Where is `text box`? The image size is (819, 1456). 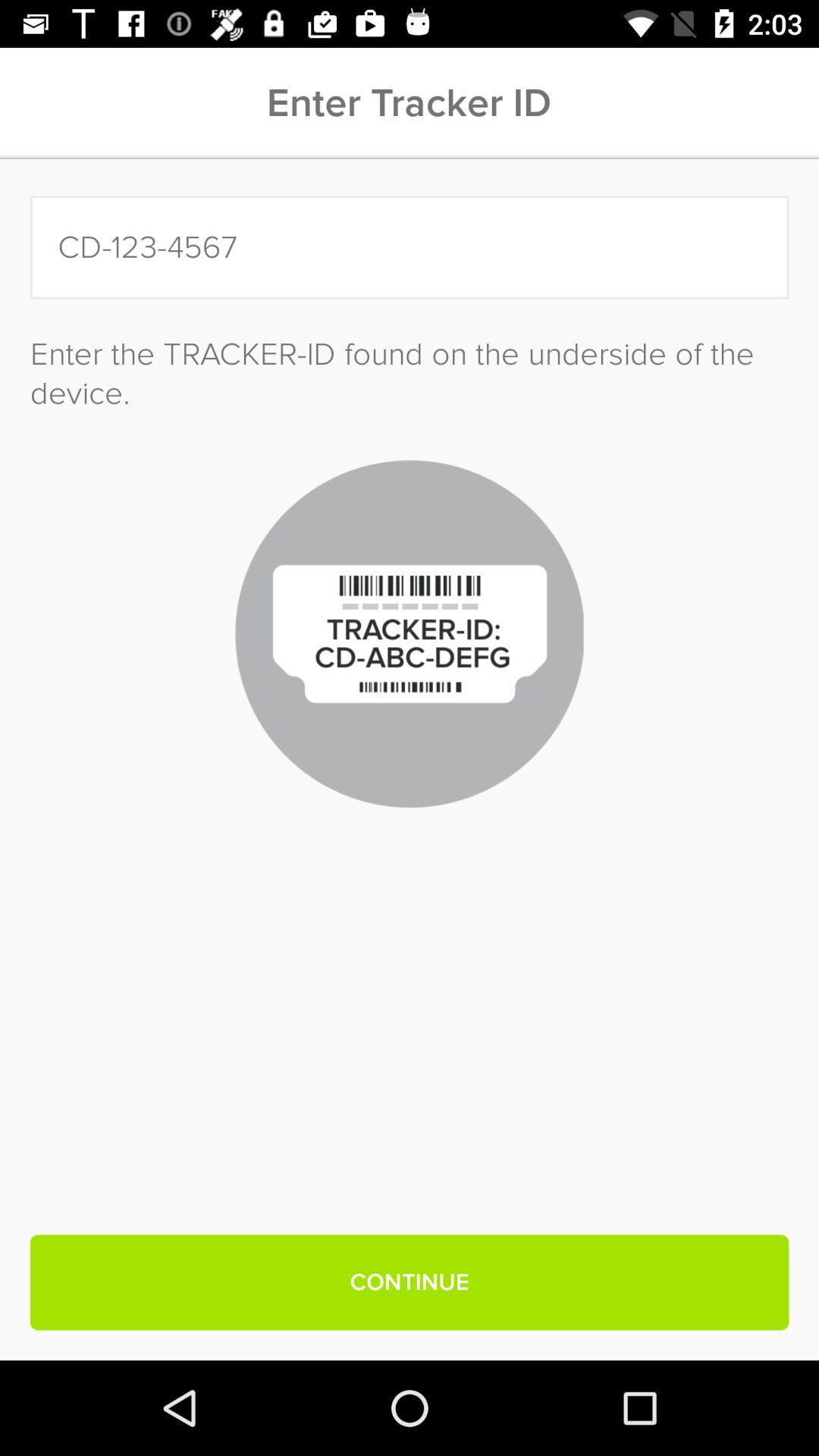 text box is located at coordinates (409, 247).